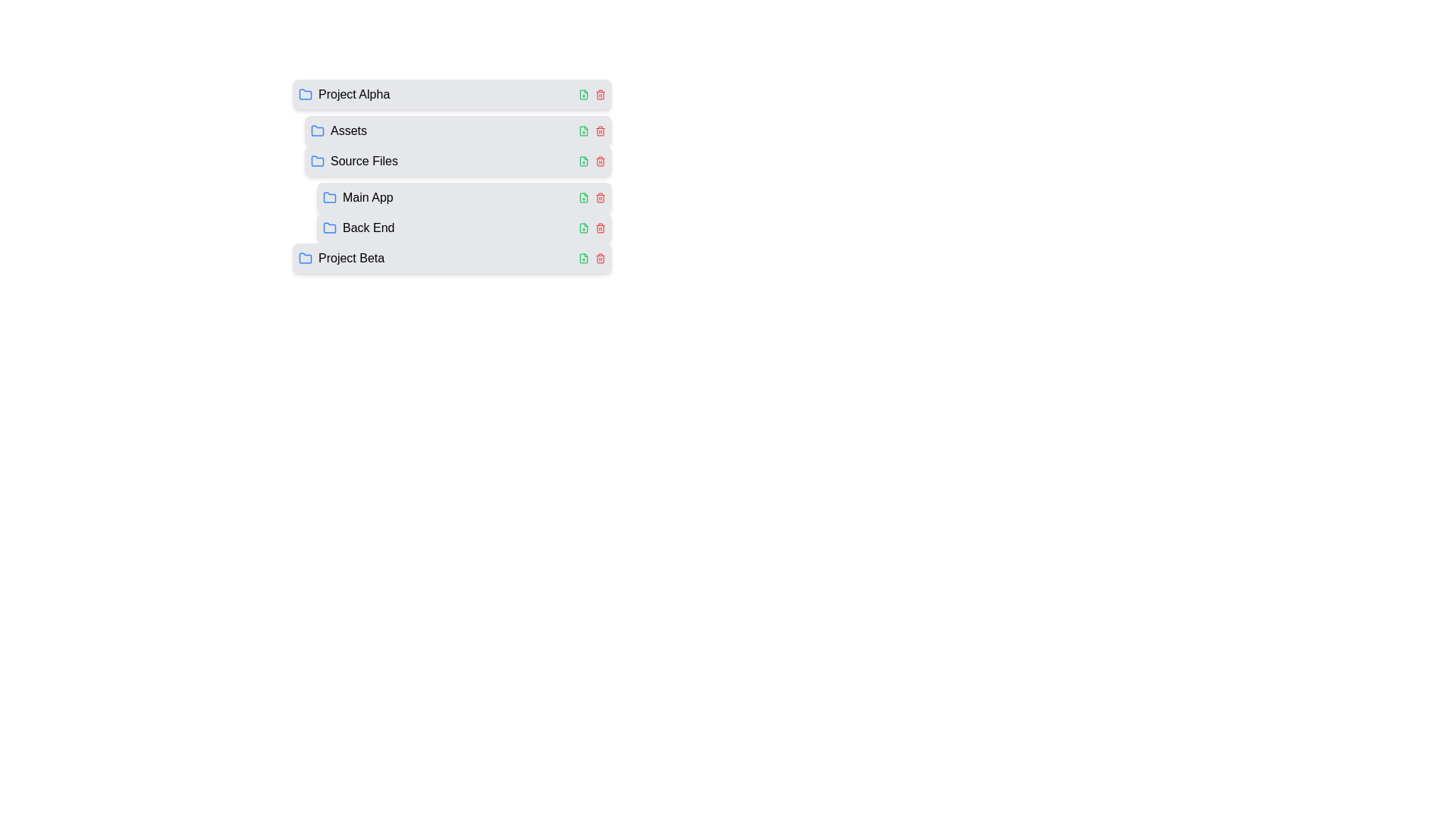 The image size is (1456, 819). What do you see at coordinates (582, 161) in the screenshot?
I see `the first icon in the action icons line next to the 'Source Files' folder` at bounding box center [582, 161].